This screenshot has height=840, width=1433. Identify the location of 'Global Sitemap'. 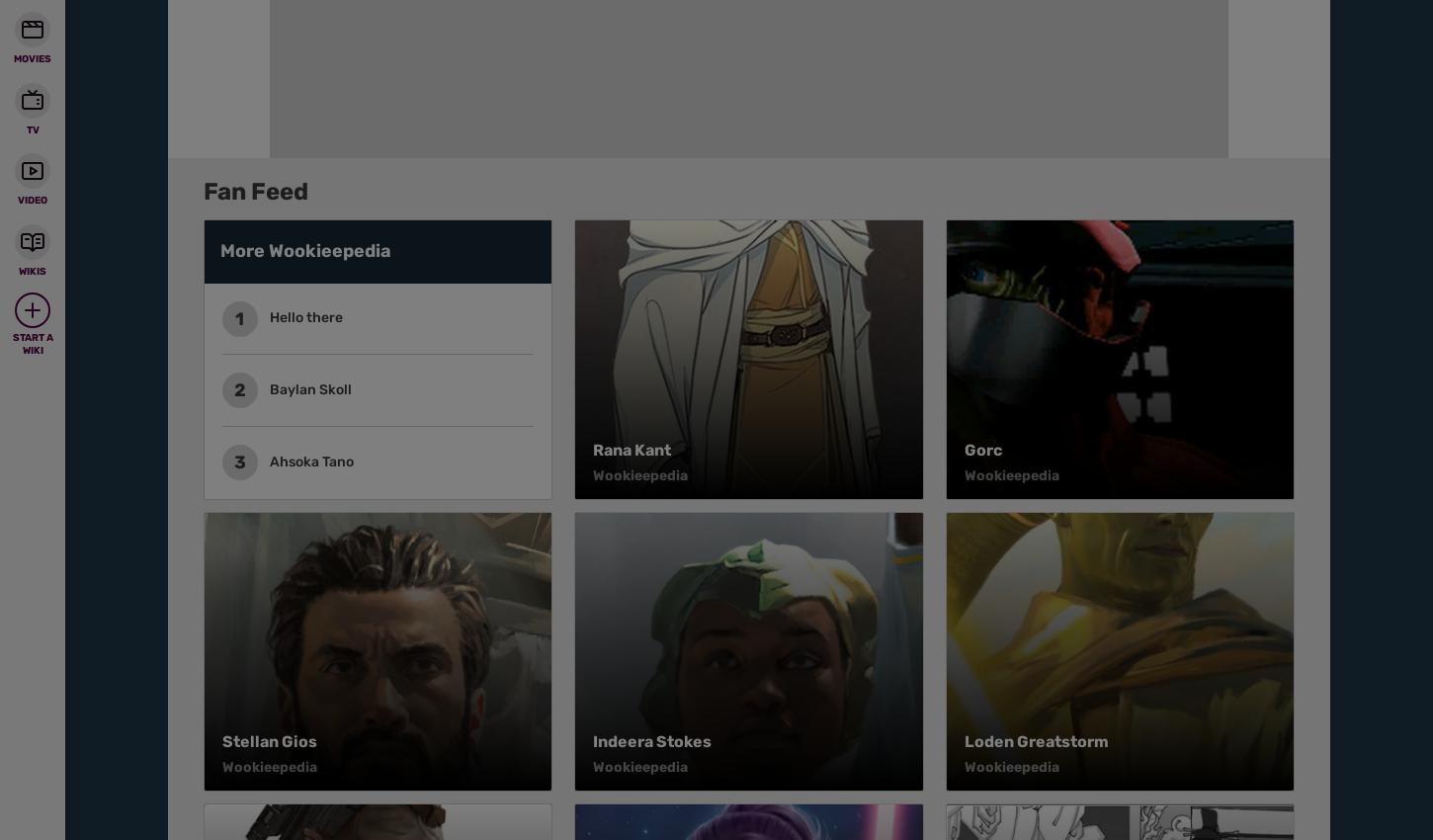
(558, 180).